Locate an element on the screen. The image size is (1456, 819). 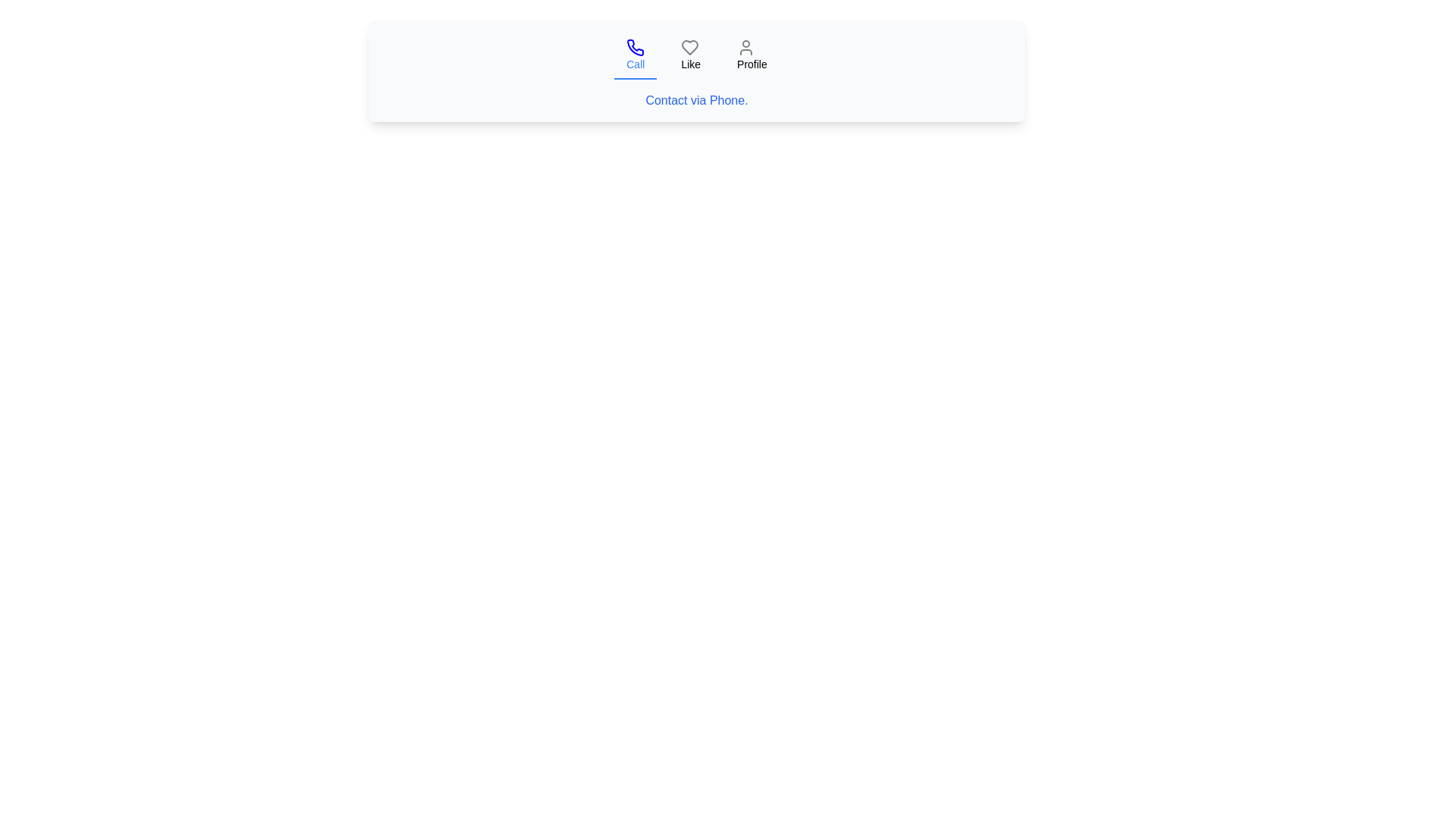
the 'Profile' text label located at the top-right portion of the horizontal menu bar, which follows the 'Call' and 'Like' items and aligns with a user icon above it is located at coordinates (752, 63).